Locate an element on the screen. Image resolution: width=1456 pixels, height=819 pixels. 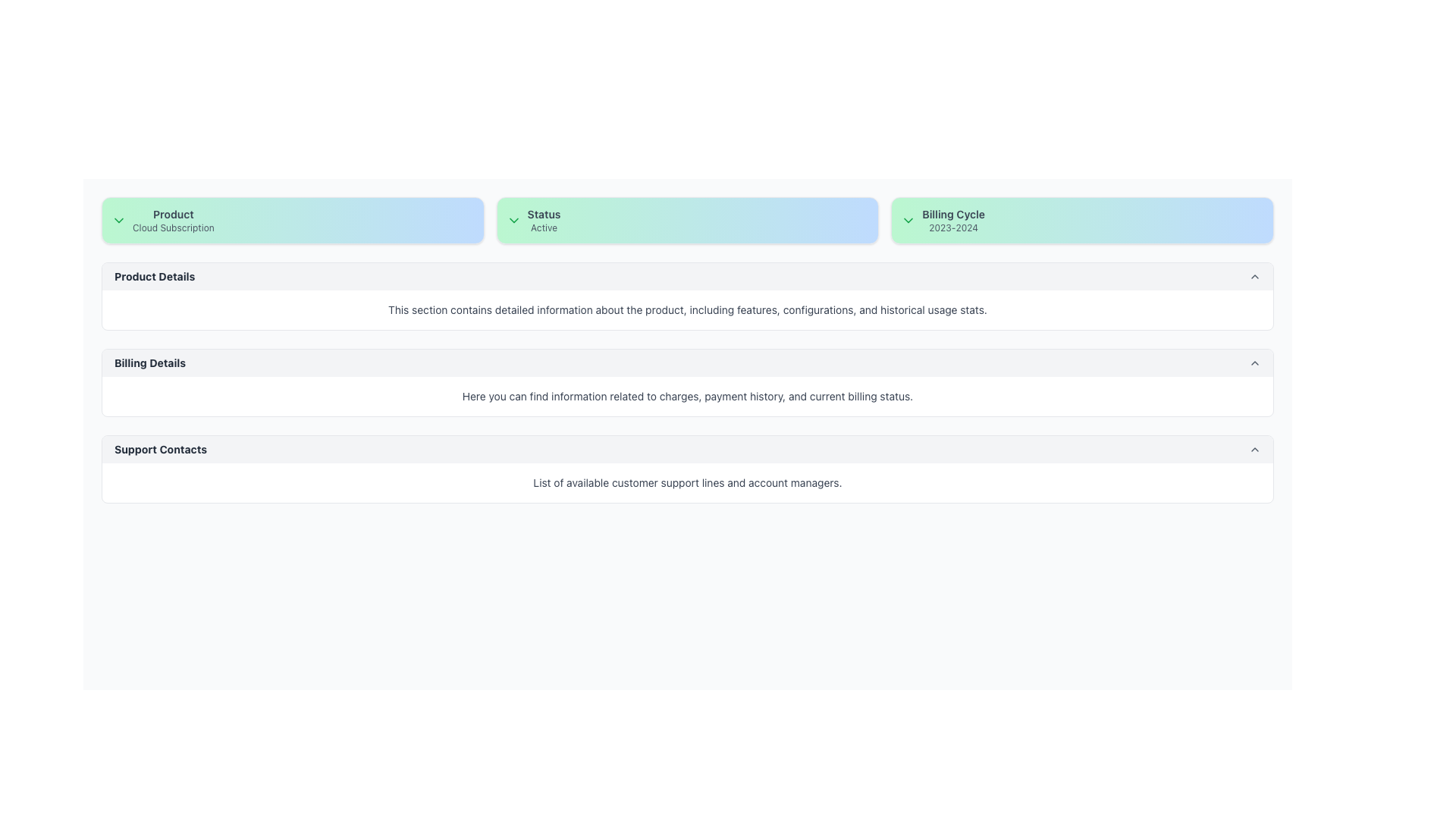
the Text Label that serves as a heading within its section, positioned above the 'Active' label and between 'Product' and 'Billing Cycle' is located at coordinates (544, 214).